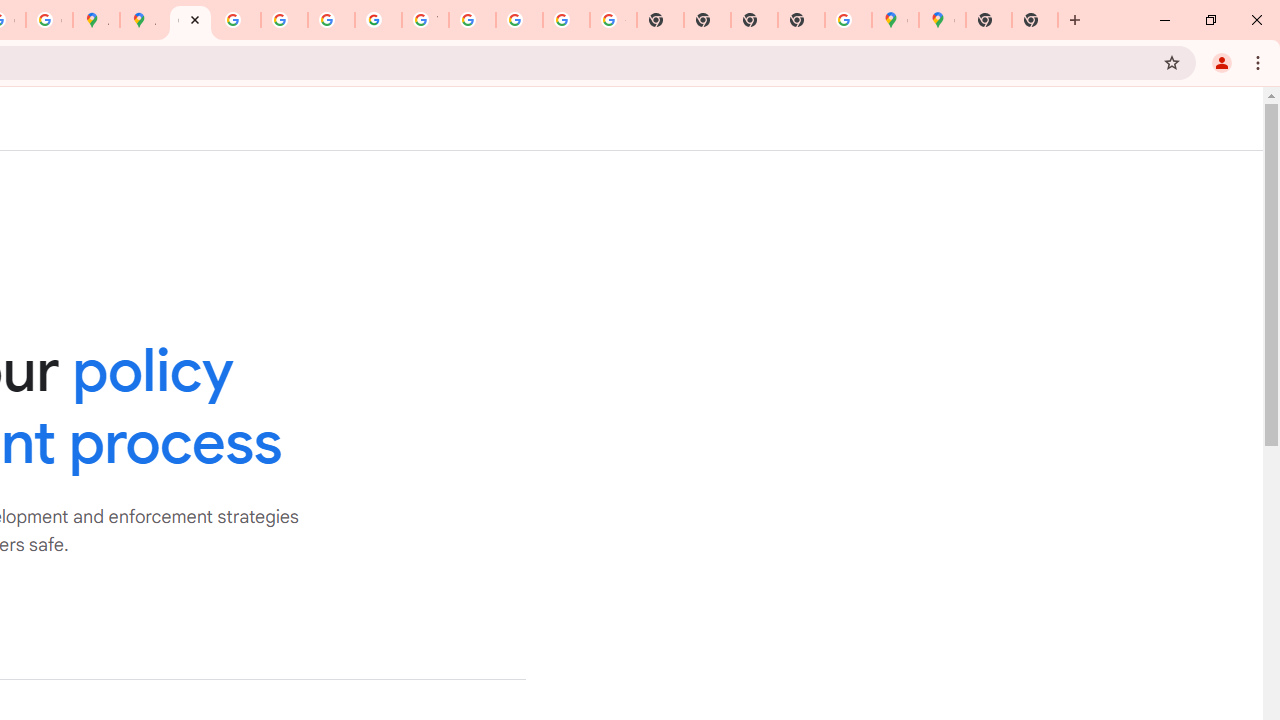 The width and height of the screenshot is (1280, 720). I want to click on 'New Tab', so click(1035, 20).